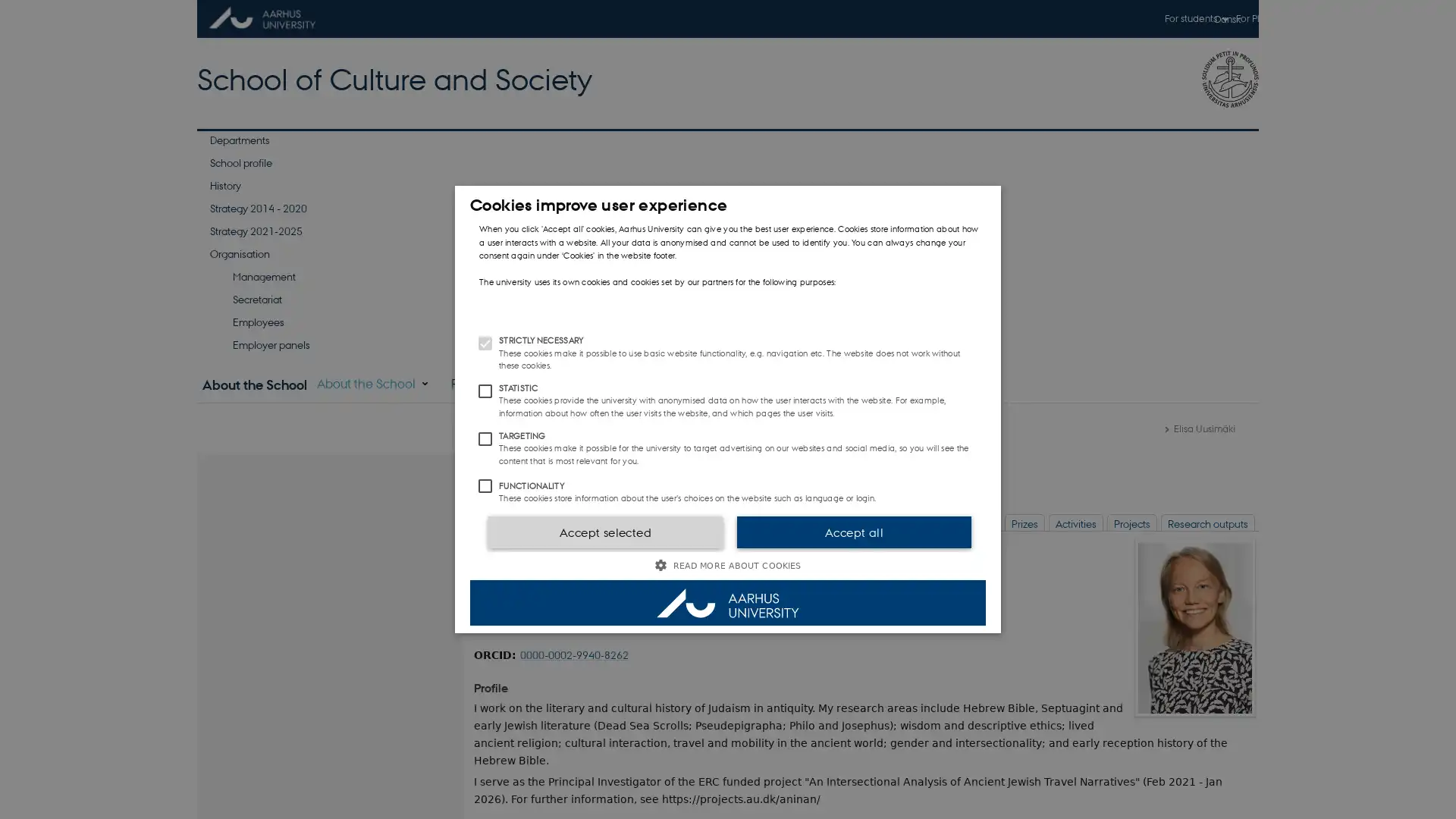  I want to click on READ MORE ABOUT COOKIES, so click(728, 565).